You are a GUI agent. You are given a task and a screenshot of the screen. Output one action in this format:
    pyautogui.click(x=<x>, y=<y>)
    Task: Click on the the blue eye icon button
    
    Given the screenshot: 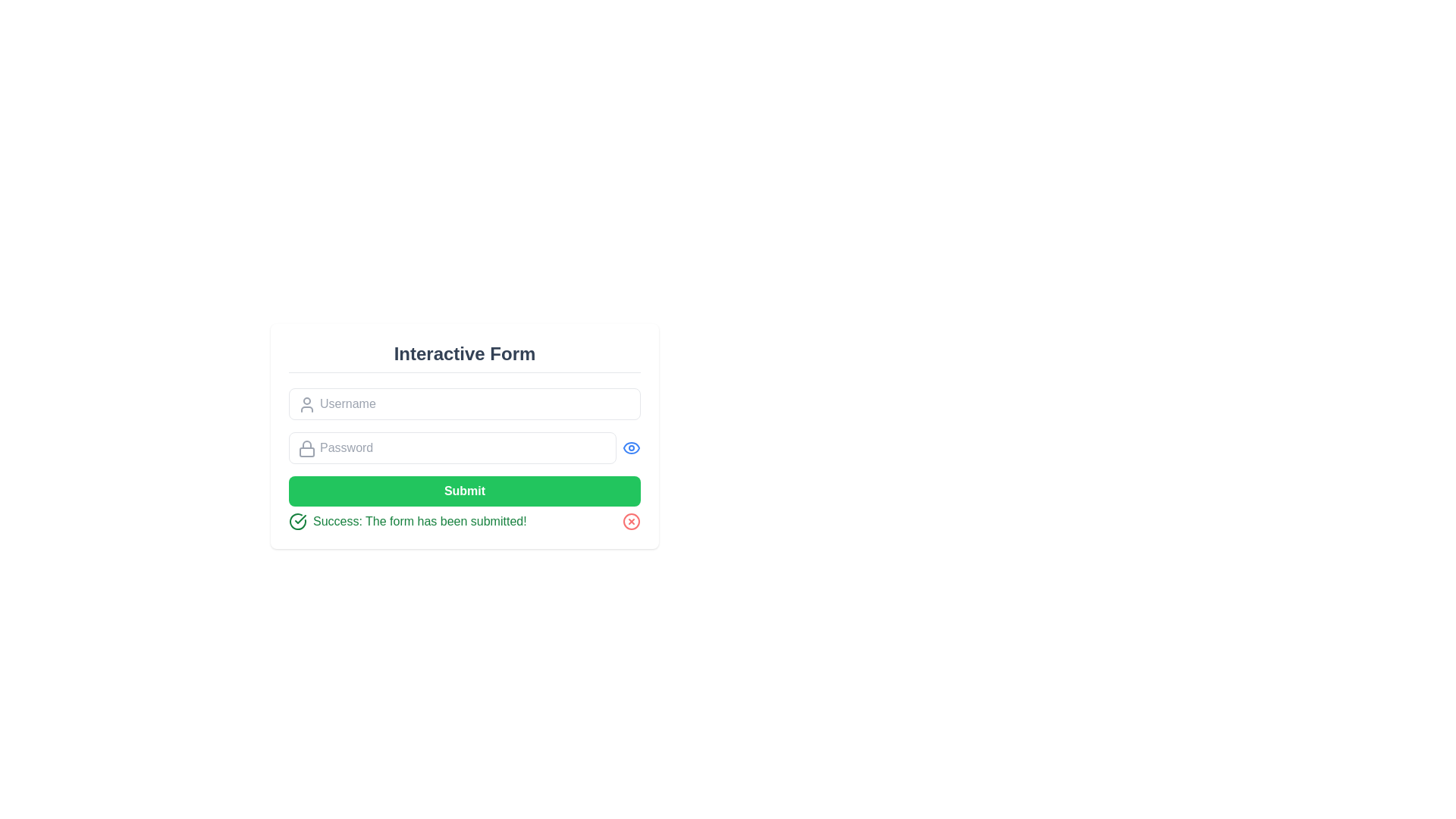 What is the action you would take?
    pyautogui.click(x=632, y=447)
    